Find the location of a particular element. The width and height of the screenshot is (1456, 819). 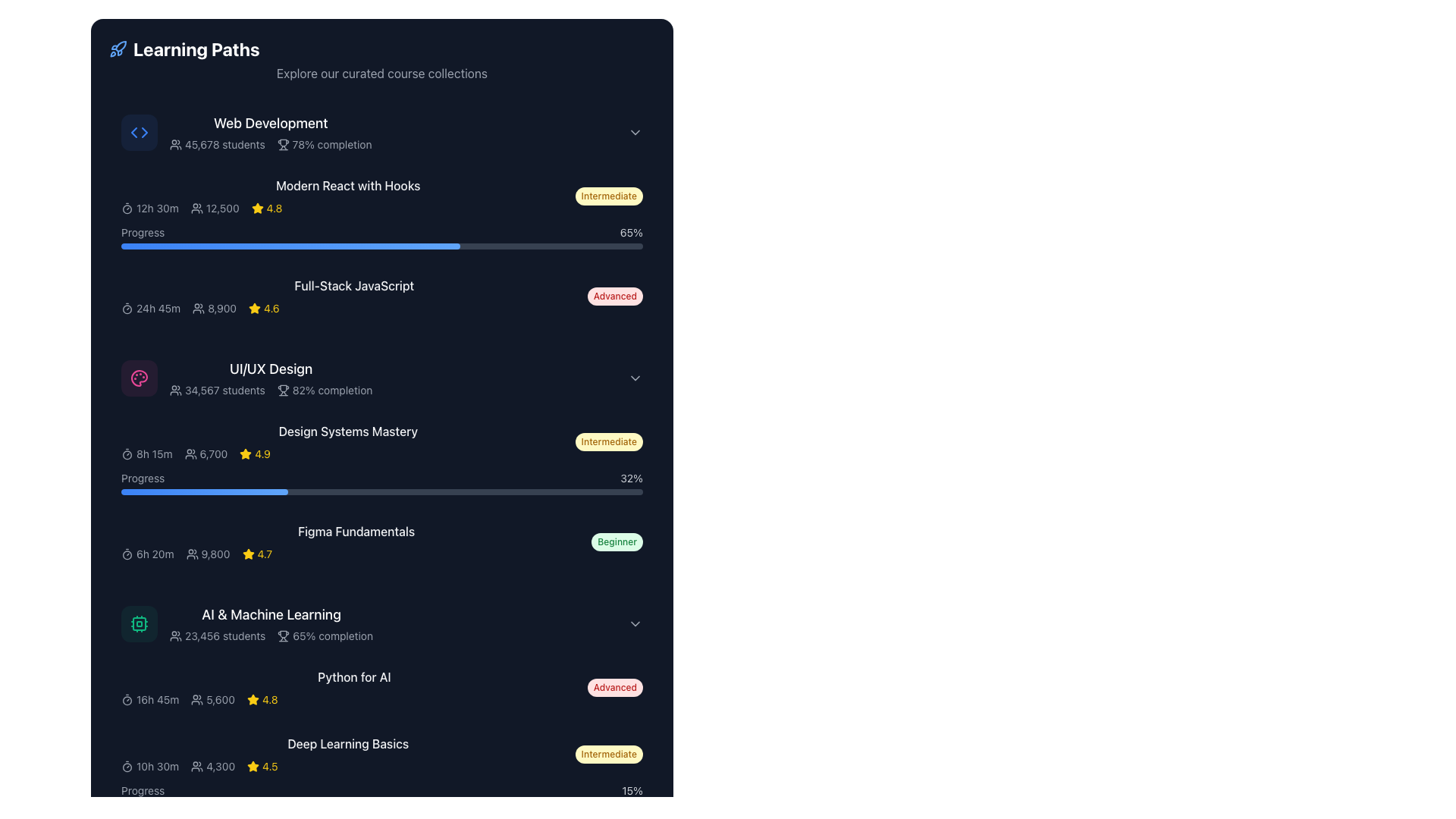

the small blue rocket-shaped icon located to the far left of the 'Learning Paths' header text is located at coordinates (118, 49).